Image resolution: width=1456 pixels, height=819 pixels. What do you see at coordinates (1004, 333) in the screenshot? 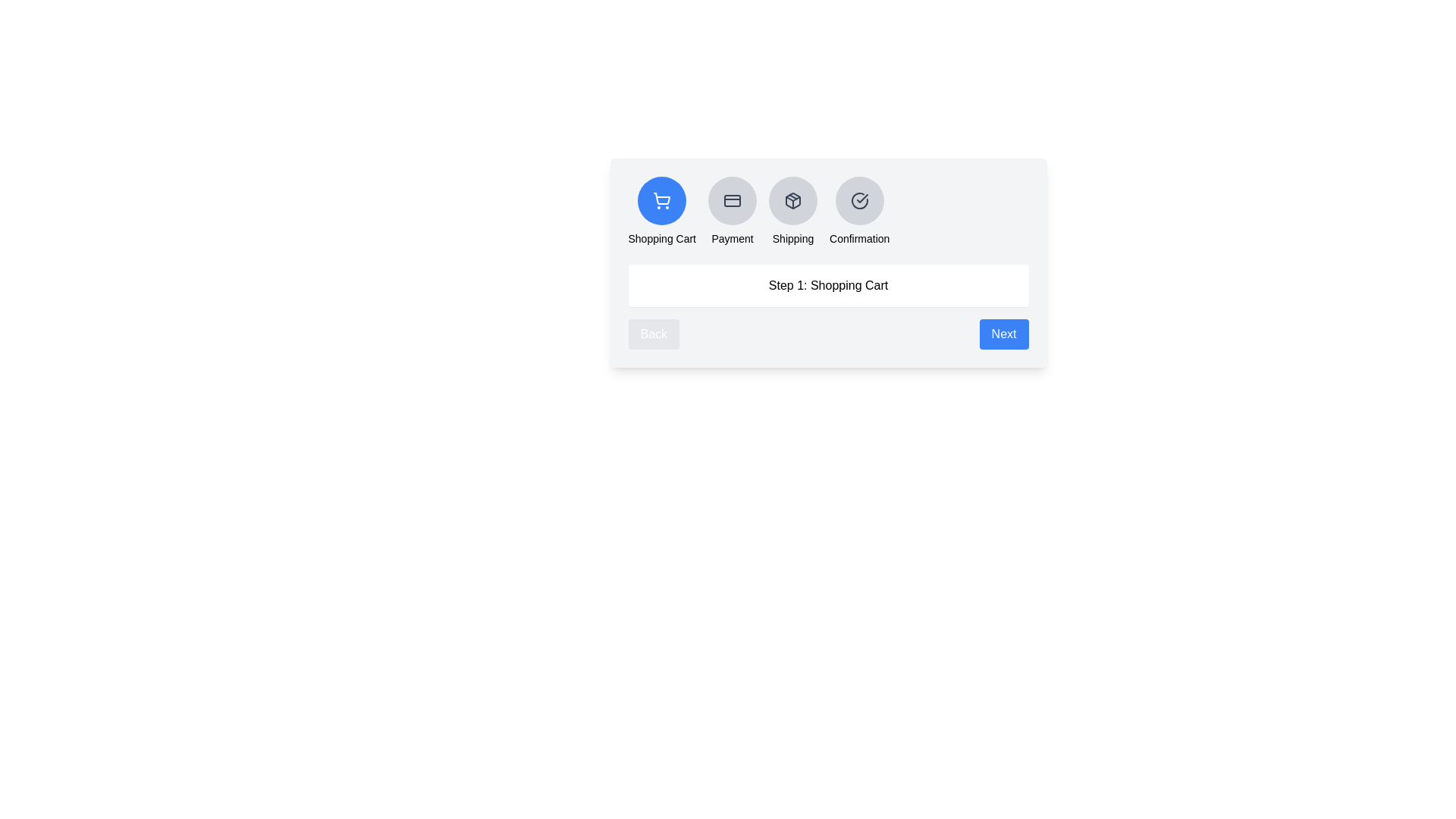
I see `the 'Next' button` at bounding box center [1004, 333].